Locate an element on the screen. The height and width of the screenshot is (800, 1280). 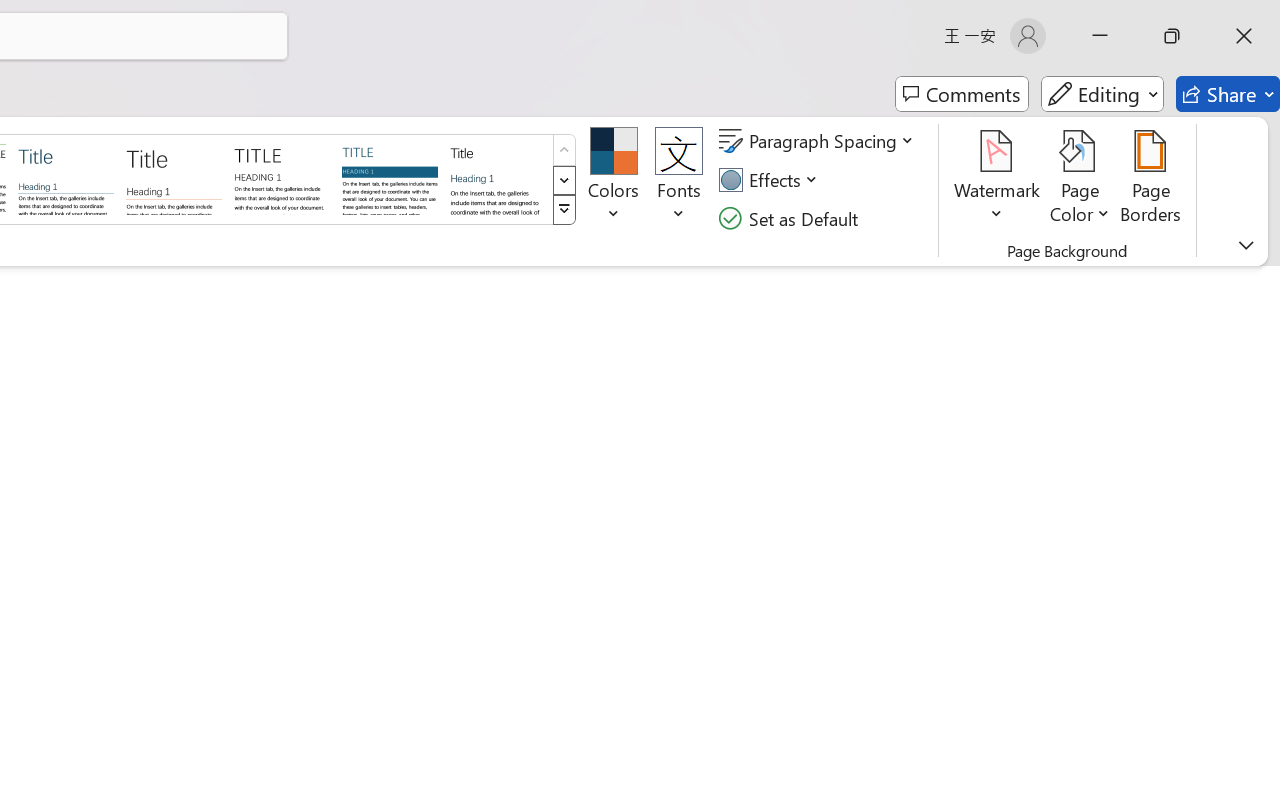
'Watermark' is located at coordinates (997, 179).